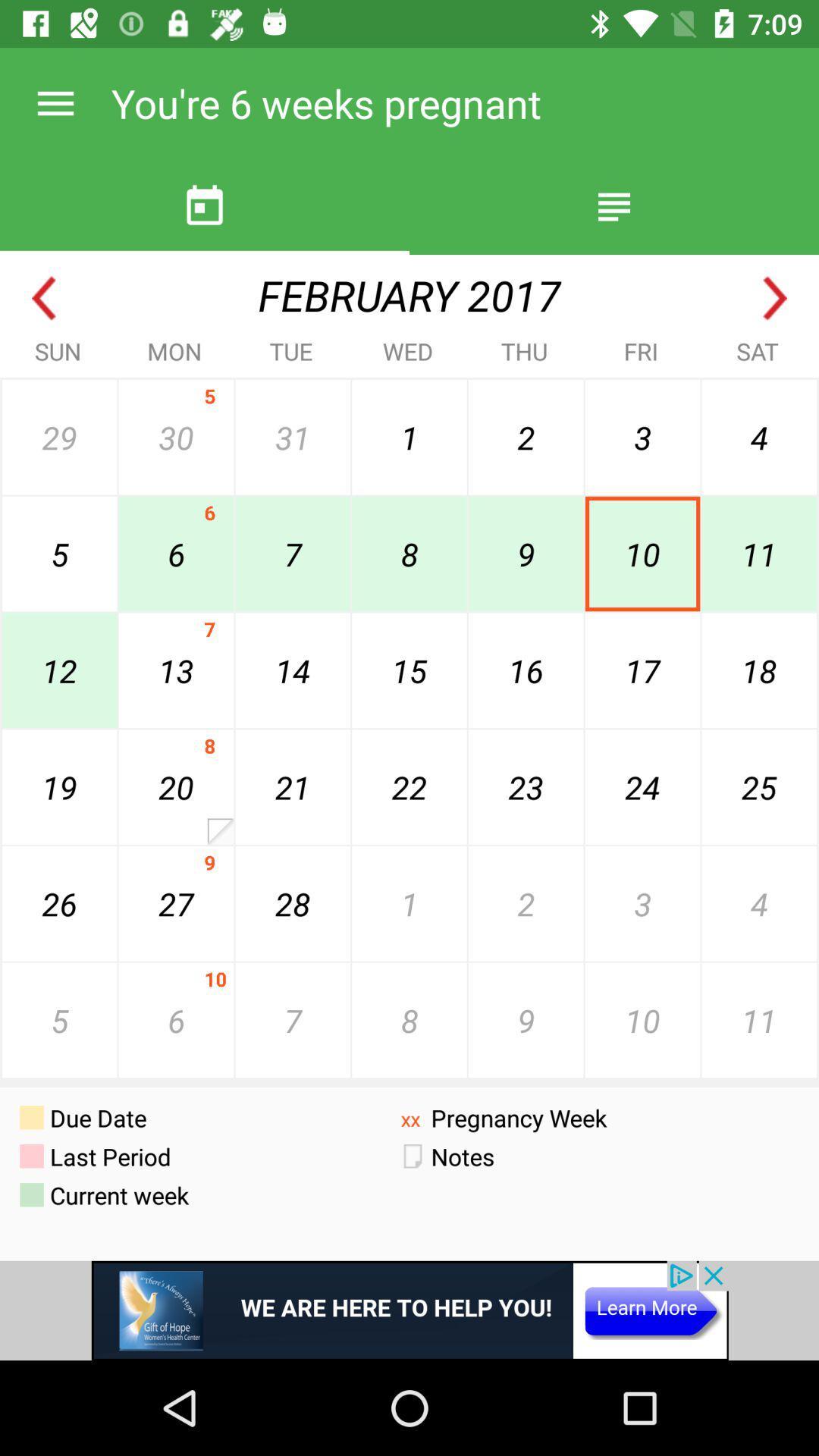 The image size is (819, 1456). Describe the element at coordinates (409, 1310) in the screenshot. I see `interact with the advertisement` at that location.